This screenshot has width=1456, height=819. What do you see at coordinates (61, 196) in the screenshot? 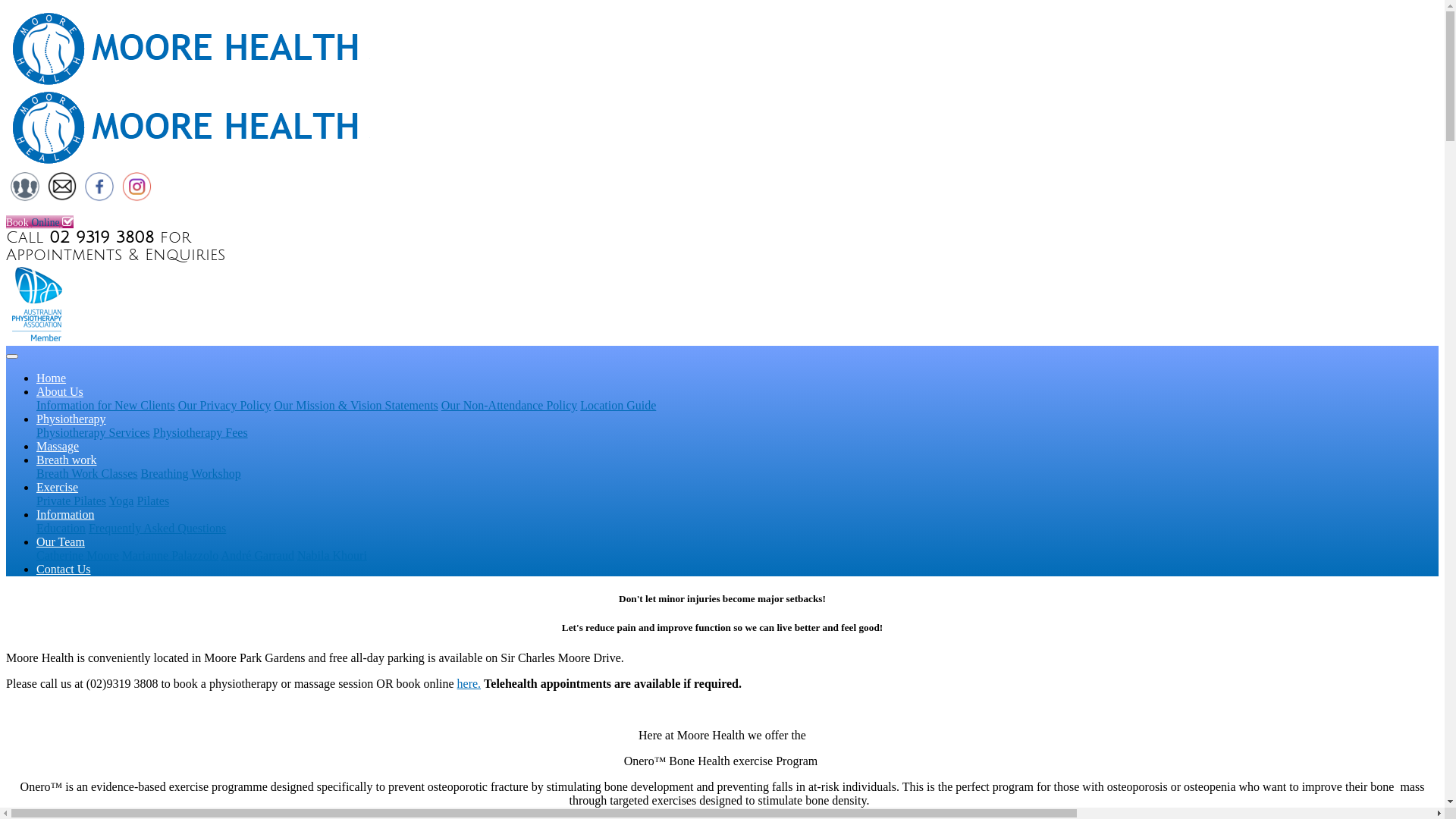
I see `'Contact Us'` at bounding box center [61, 196].